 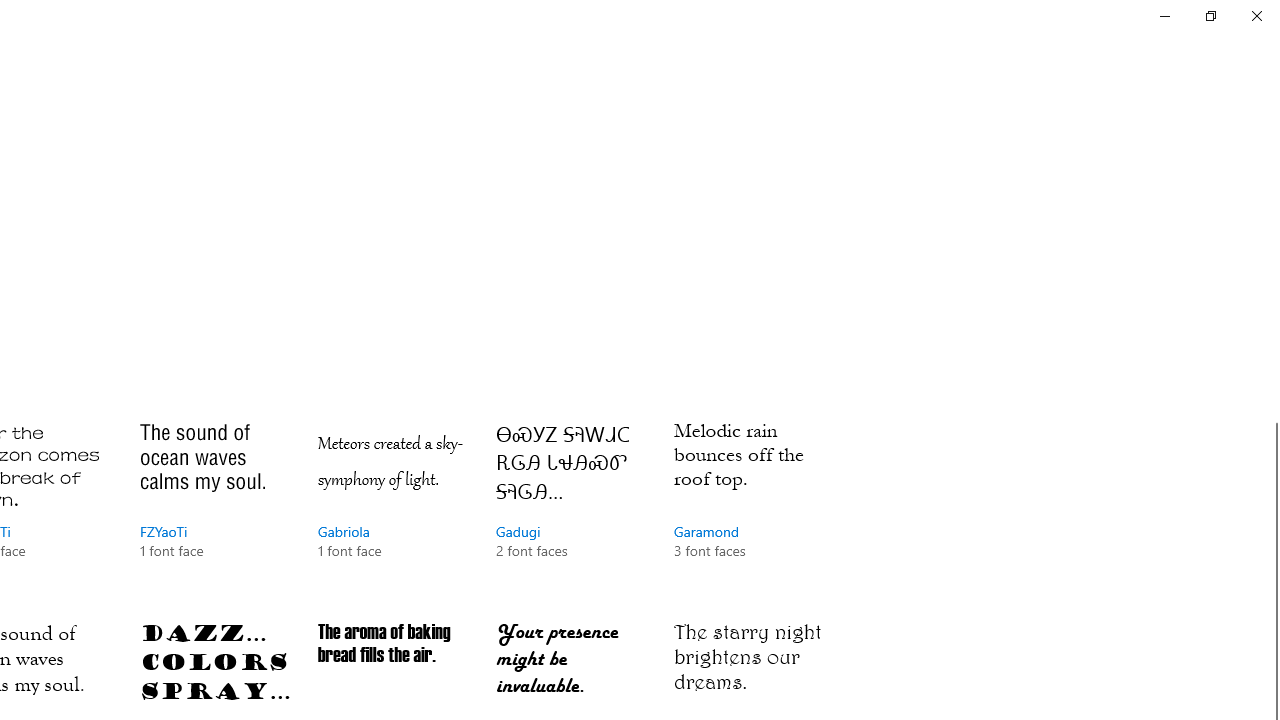 What do you see at coordinates (1271, 104) in the screenshot?
I see `'Vertical Small Decrease'` at bounding box center [1271, 104].